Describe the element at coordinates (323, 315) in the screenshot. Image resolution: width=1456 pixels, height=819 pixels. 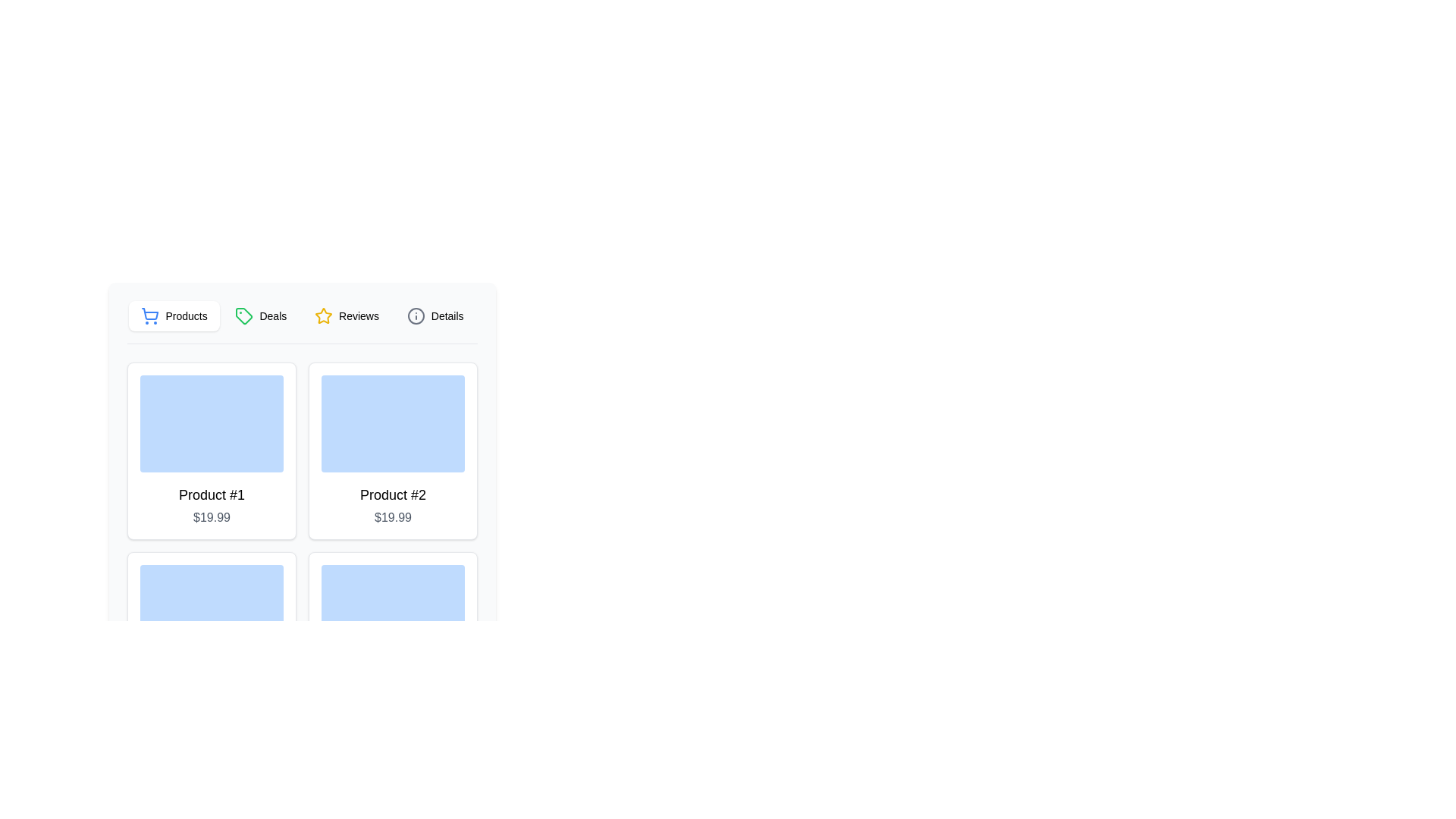
I see `the decorative reviews icon located centrally within the 'Reviews' button area in the top navigation bar` at that location.